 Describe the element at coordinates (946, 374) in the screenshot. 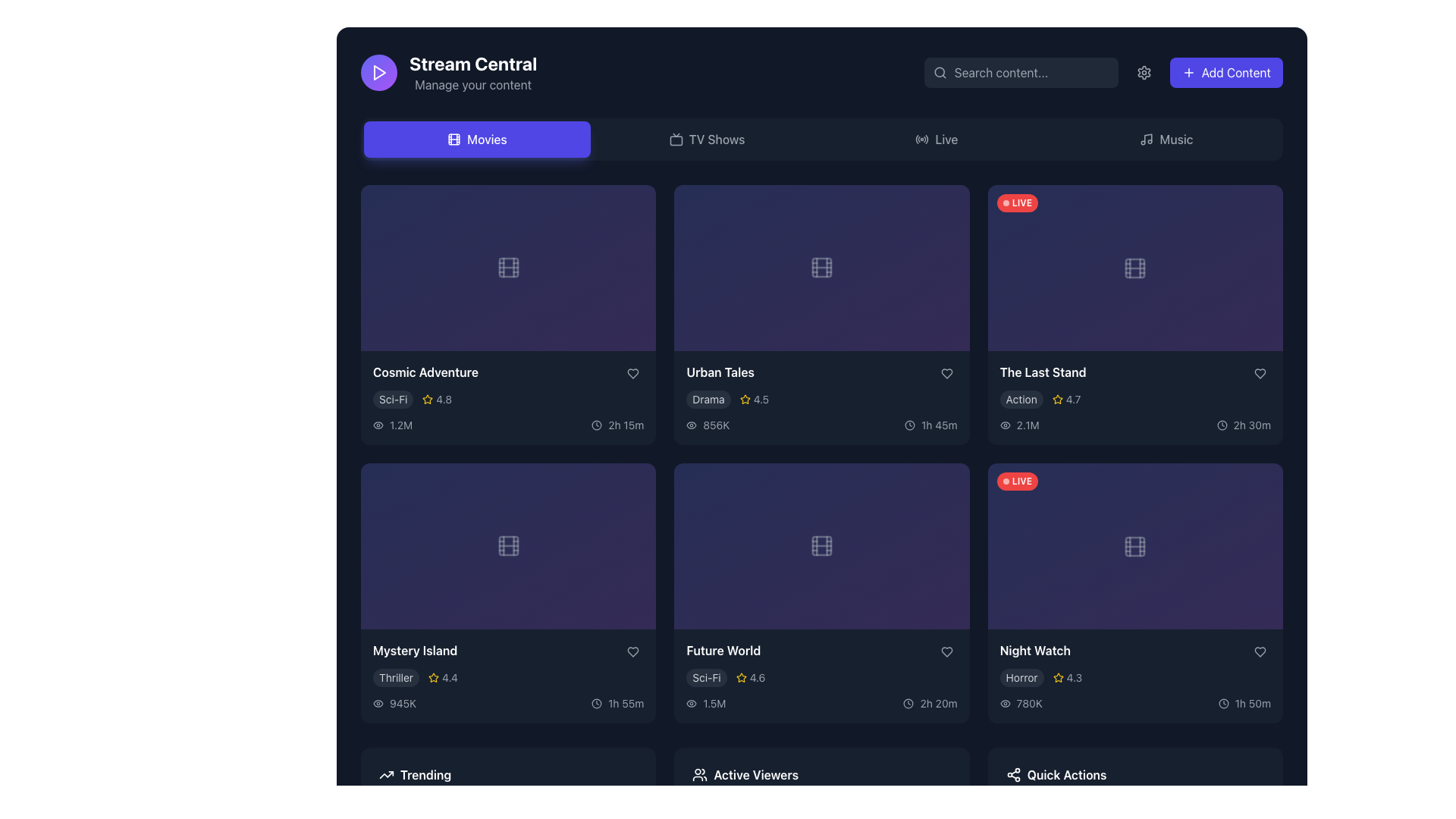

I see `the heart button` at that location.